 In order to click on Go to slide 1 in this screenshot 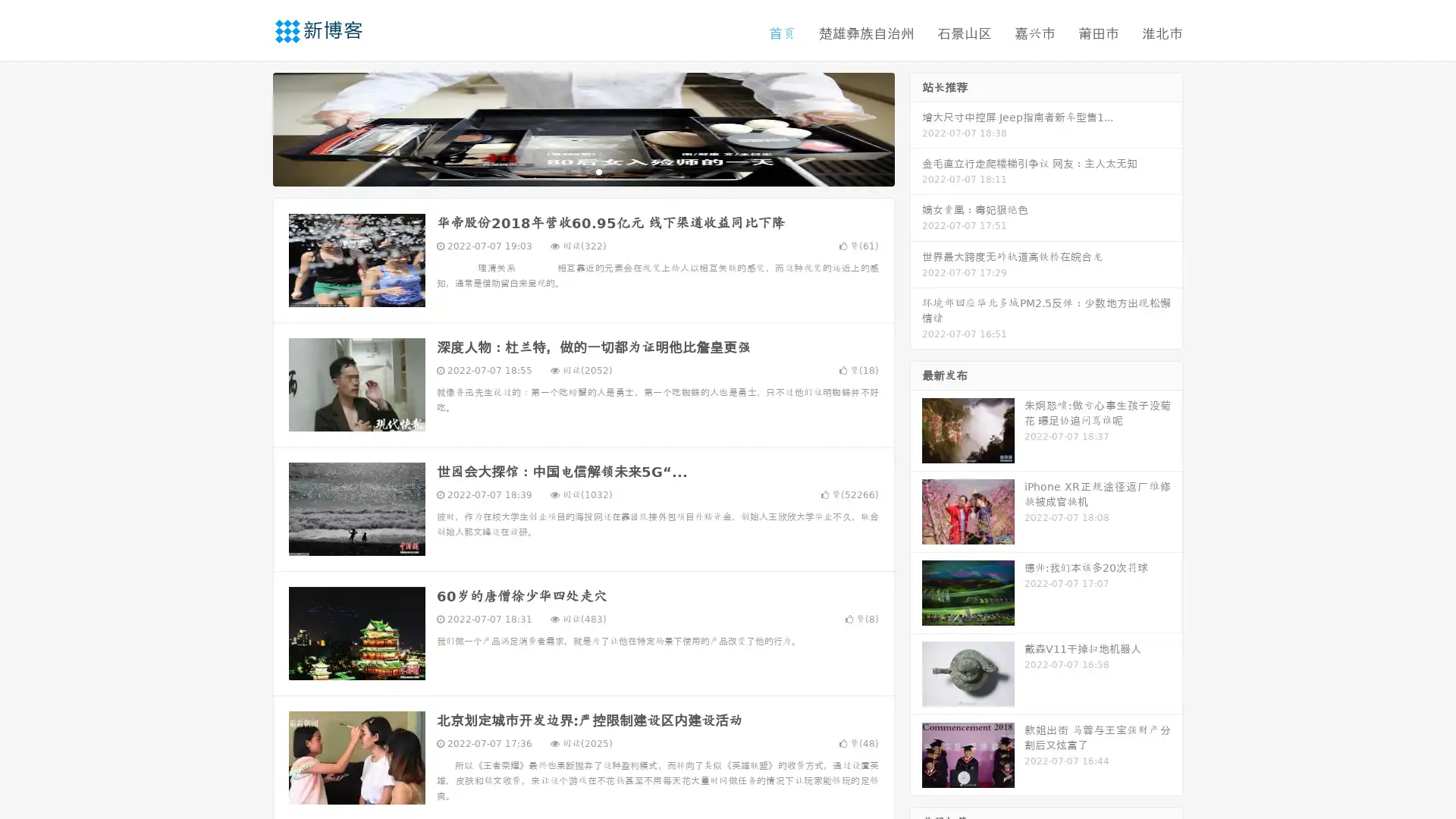, I will do `click(567, 171)`.